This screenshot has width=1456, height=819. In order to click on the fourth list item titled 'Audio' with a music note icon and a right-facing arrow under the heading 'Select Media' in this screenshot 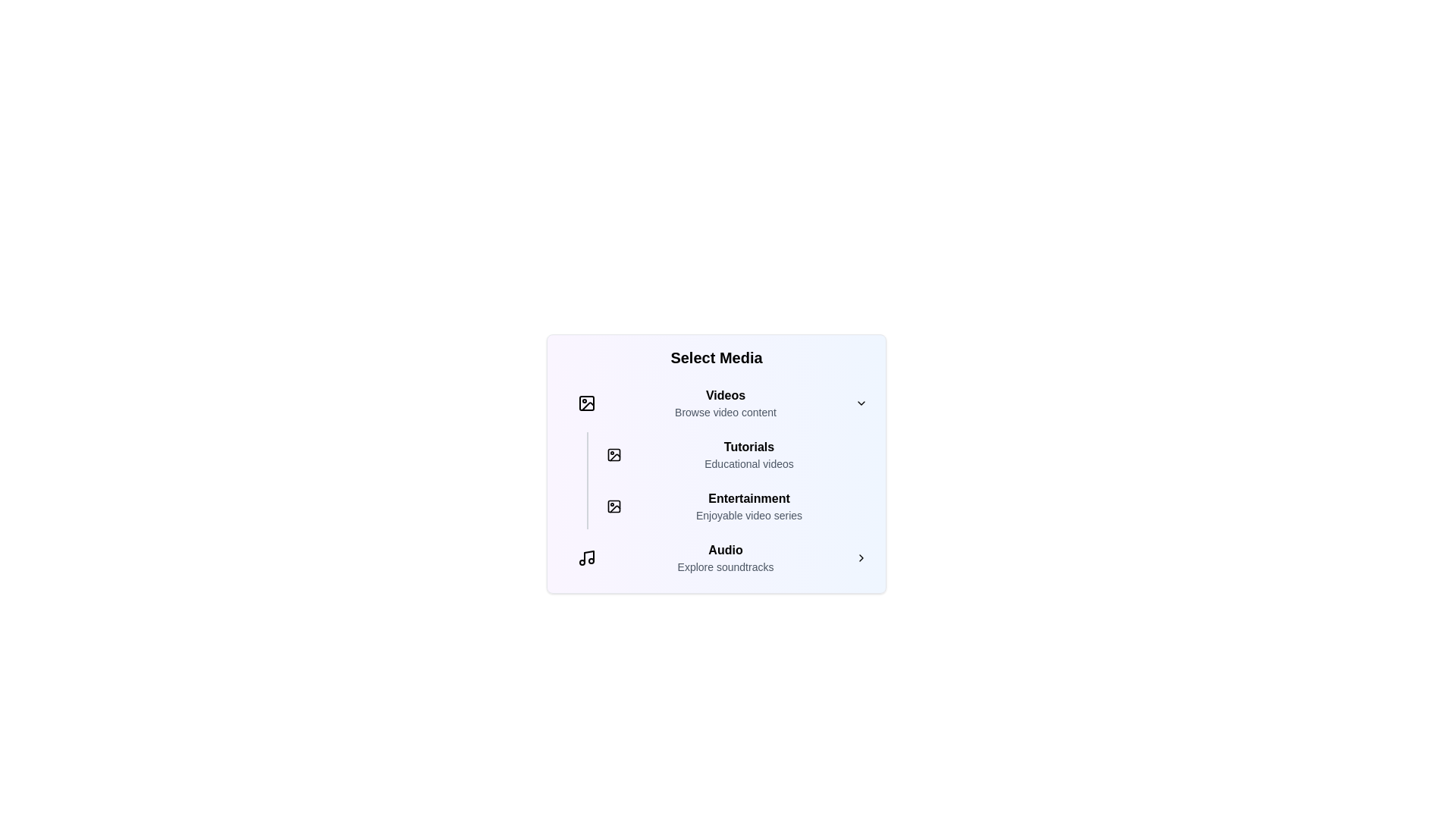, I will do `click(722, 558)`.